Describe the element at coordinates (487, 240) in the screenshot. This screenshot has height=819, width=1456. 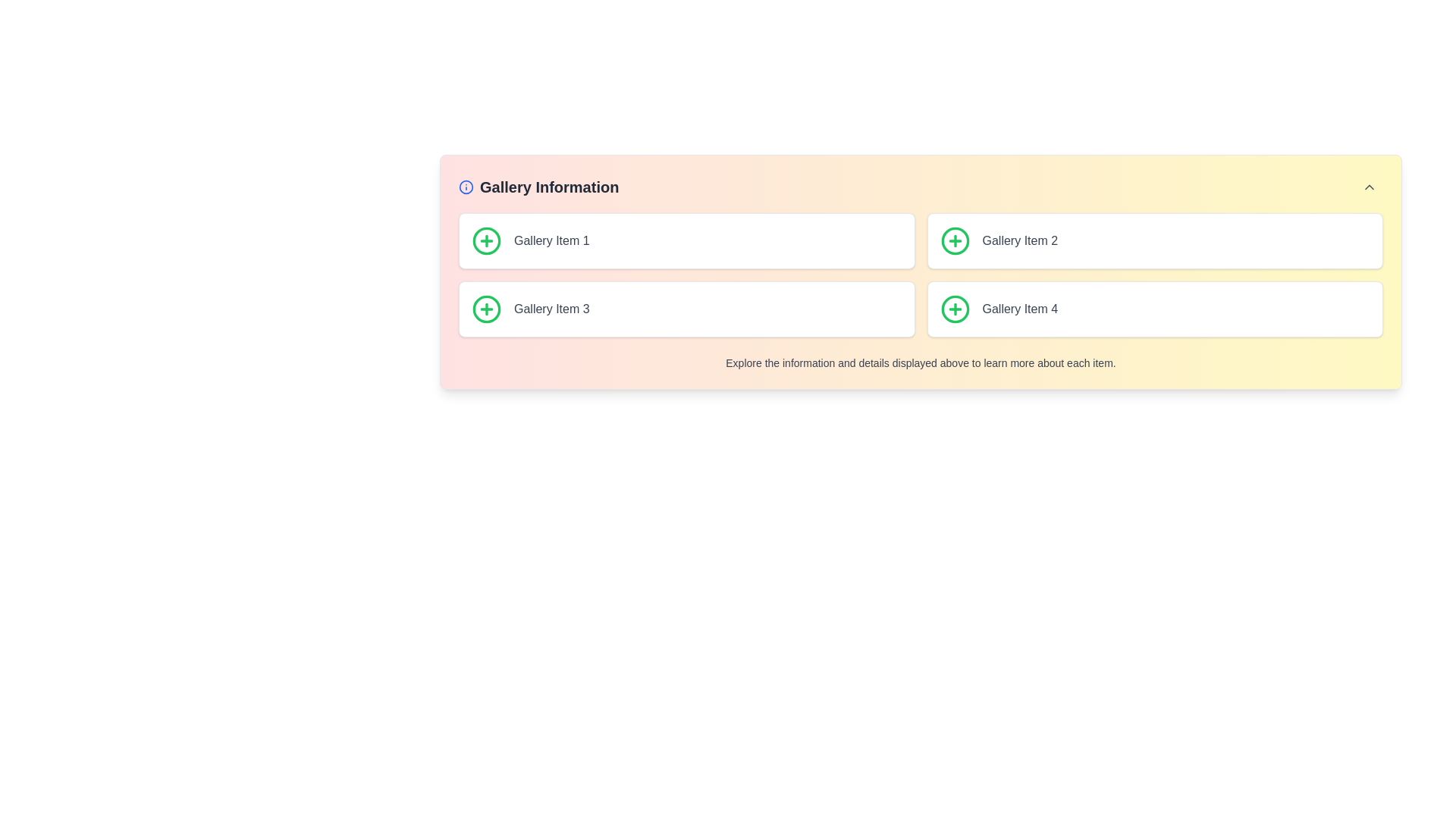
I see `the green circular icon button with a white plus sign` at that location.